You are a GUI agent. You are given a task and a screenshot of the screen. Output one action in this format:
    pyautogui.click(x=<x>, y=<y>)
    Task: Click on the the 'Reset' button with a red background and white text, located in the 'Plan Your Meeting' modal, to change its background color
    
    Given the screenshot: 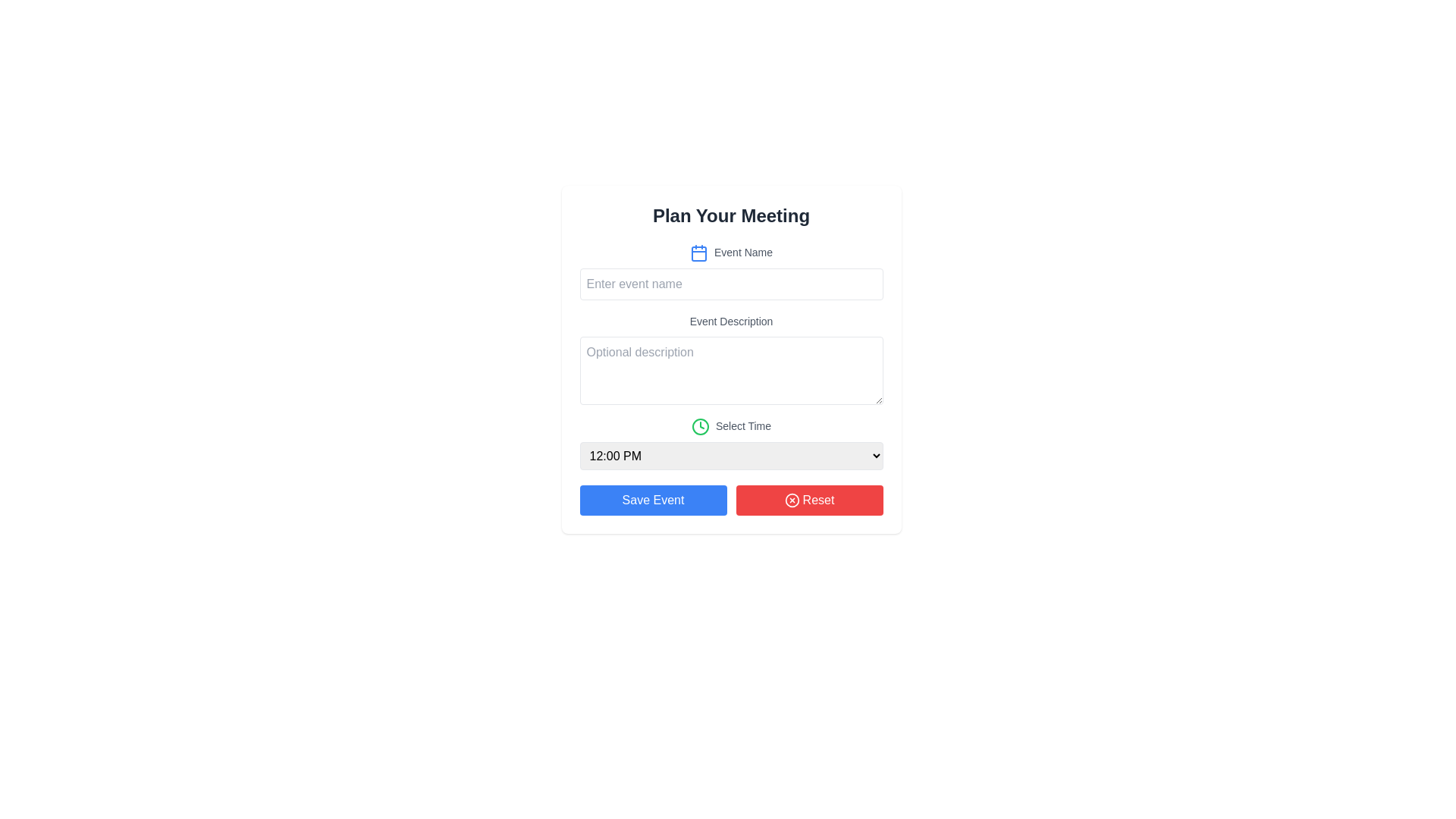 What is the action you would take?
    pyautogui.click(x=808, y=500)
    